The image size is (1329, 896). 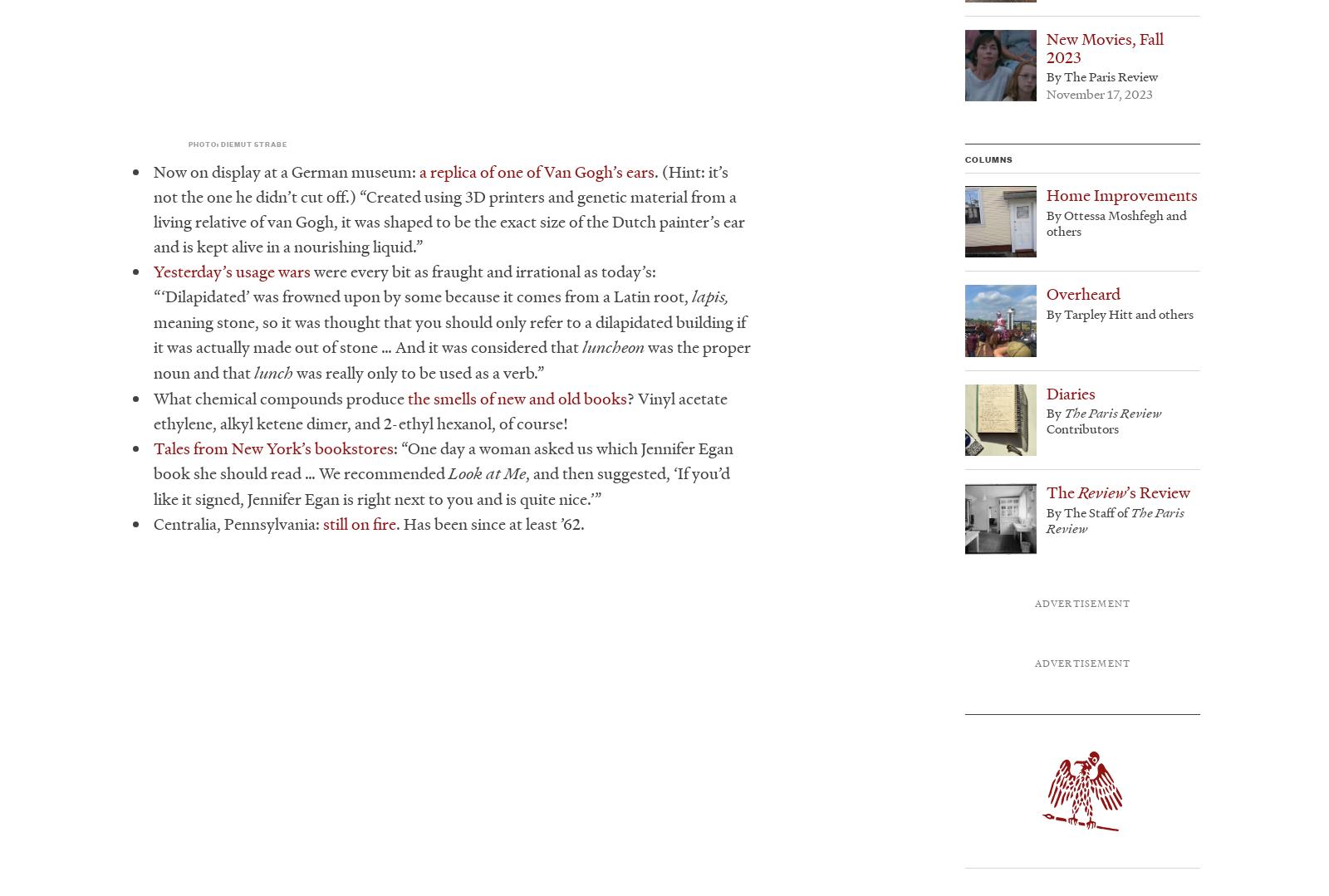 What do you see at coordinates (690, 296) in the screenshot?
I see `'lapis,'` at bounding box center [690, 296].